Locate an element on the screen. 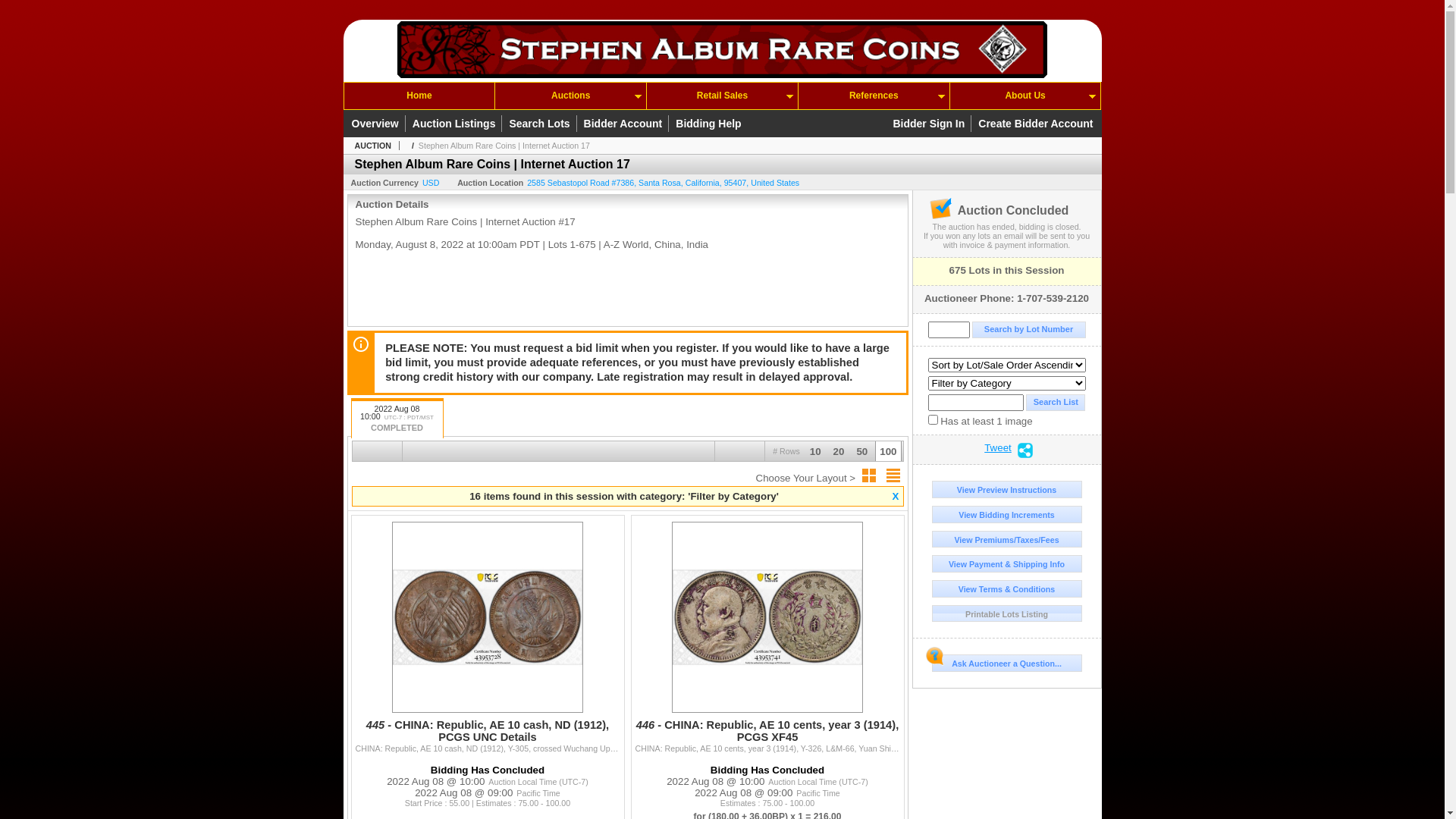 The image size is (1456, 819). 'Auctions' is located at coordinates (570, 96).